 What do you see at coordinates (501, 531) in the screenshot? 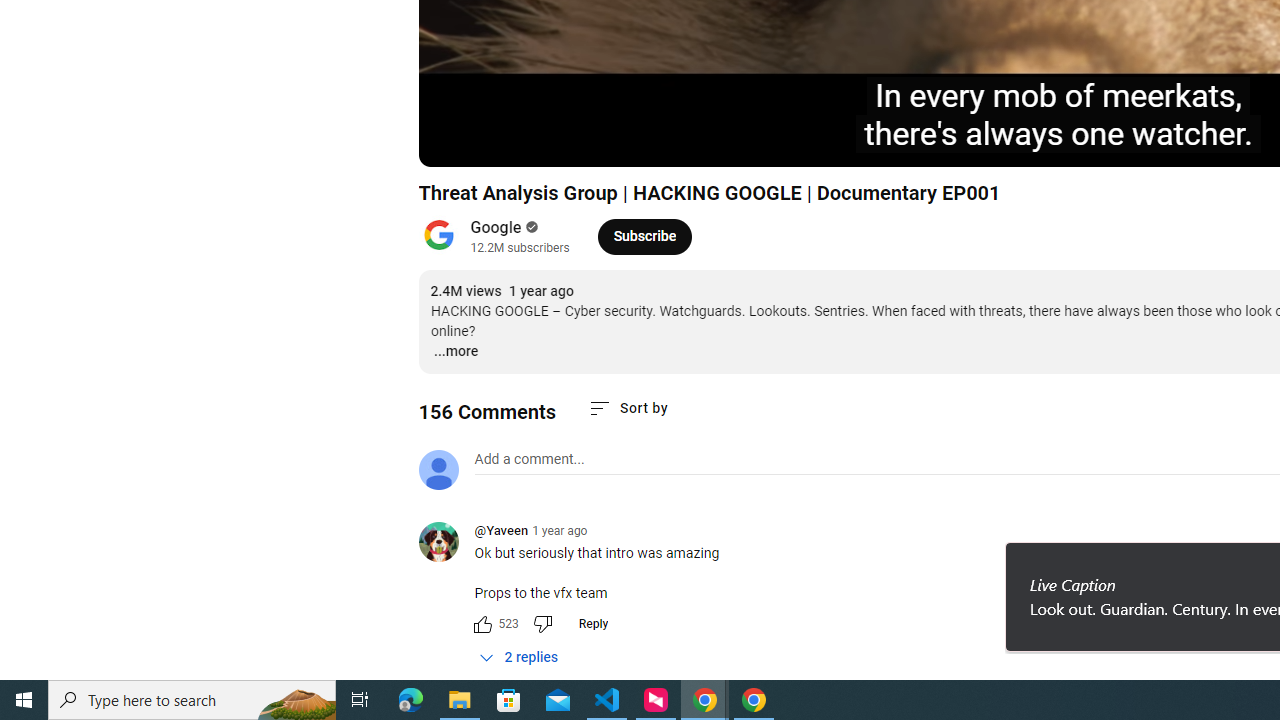
I see `'@Yaveen'` at bounding box center [501, 531].